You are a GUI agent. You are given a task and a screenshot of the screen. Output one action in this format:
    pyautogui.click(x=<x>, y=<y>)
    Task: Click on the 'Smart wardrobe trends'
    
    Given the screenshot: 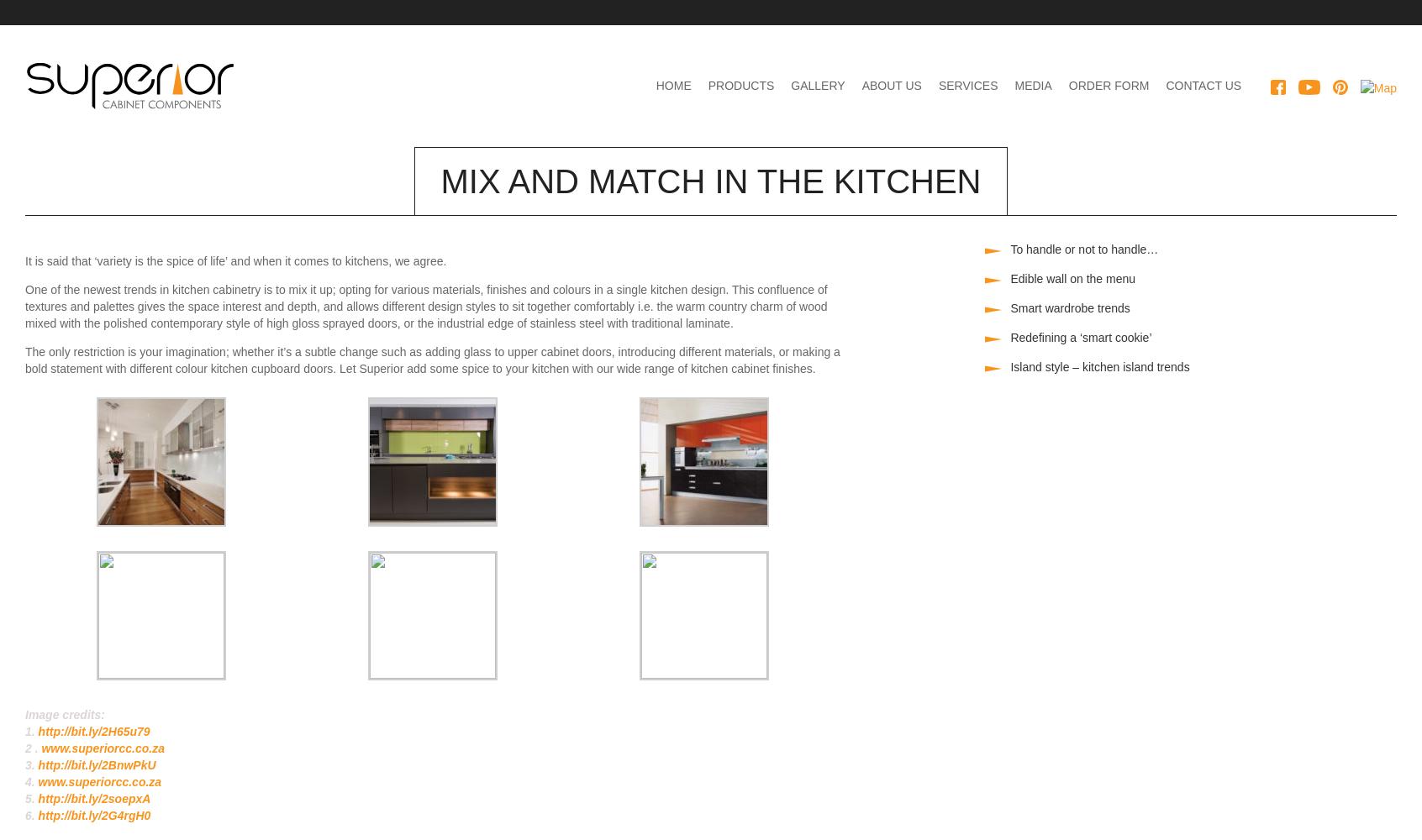 What is the action you would take?
    pyautogui.click(x=1069, y=307)
    